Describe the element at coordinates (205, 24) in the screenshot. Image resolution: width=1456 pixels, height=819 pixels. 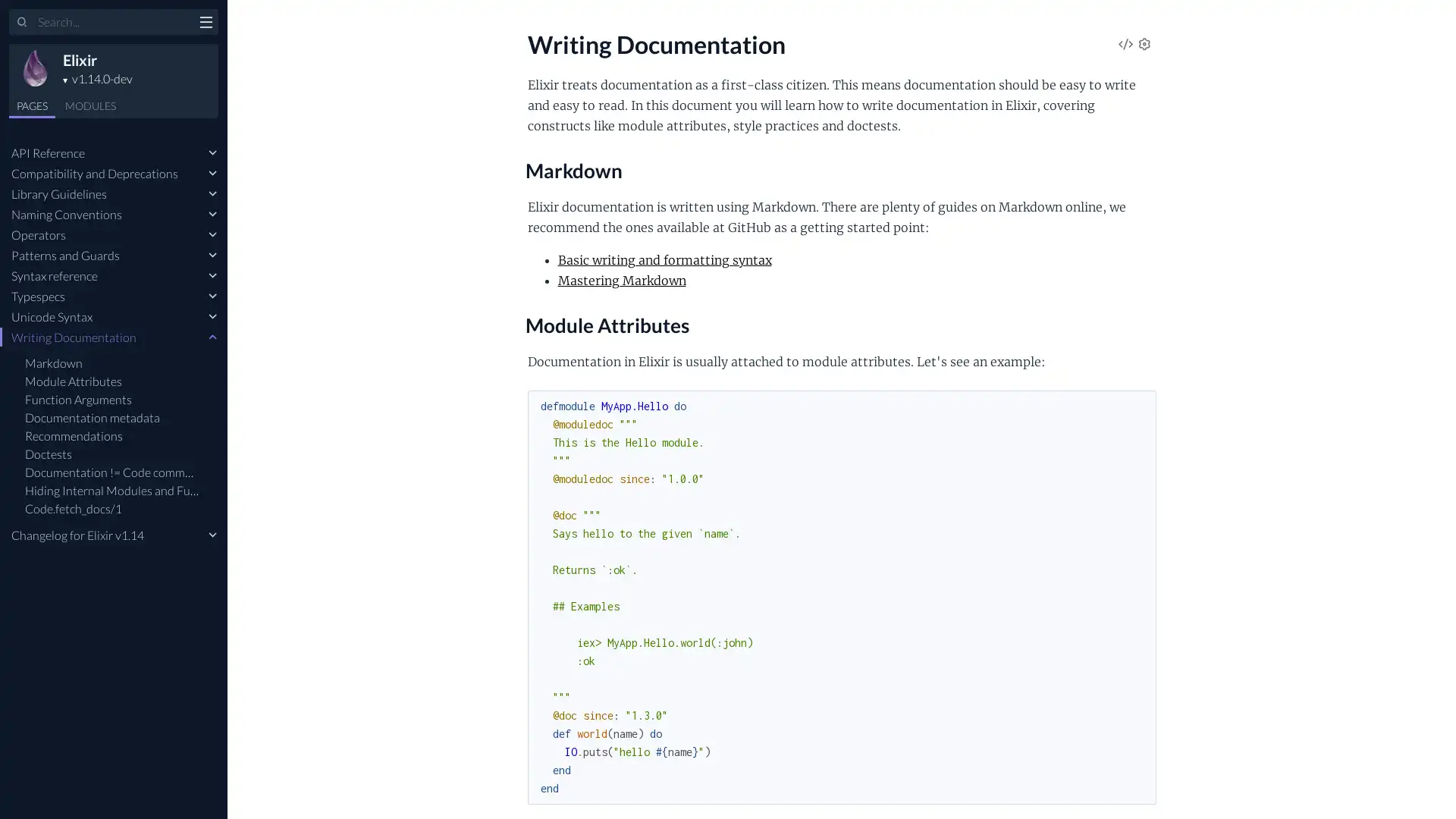
I see `toggle sidebar` at that location.